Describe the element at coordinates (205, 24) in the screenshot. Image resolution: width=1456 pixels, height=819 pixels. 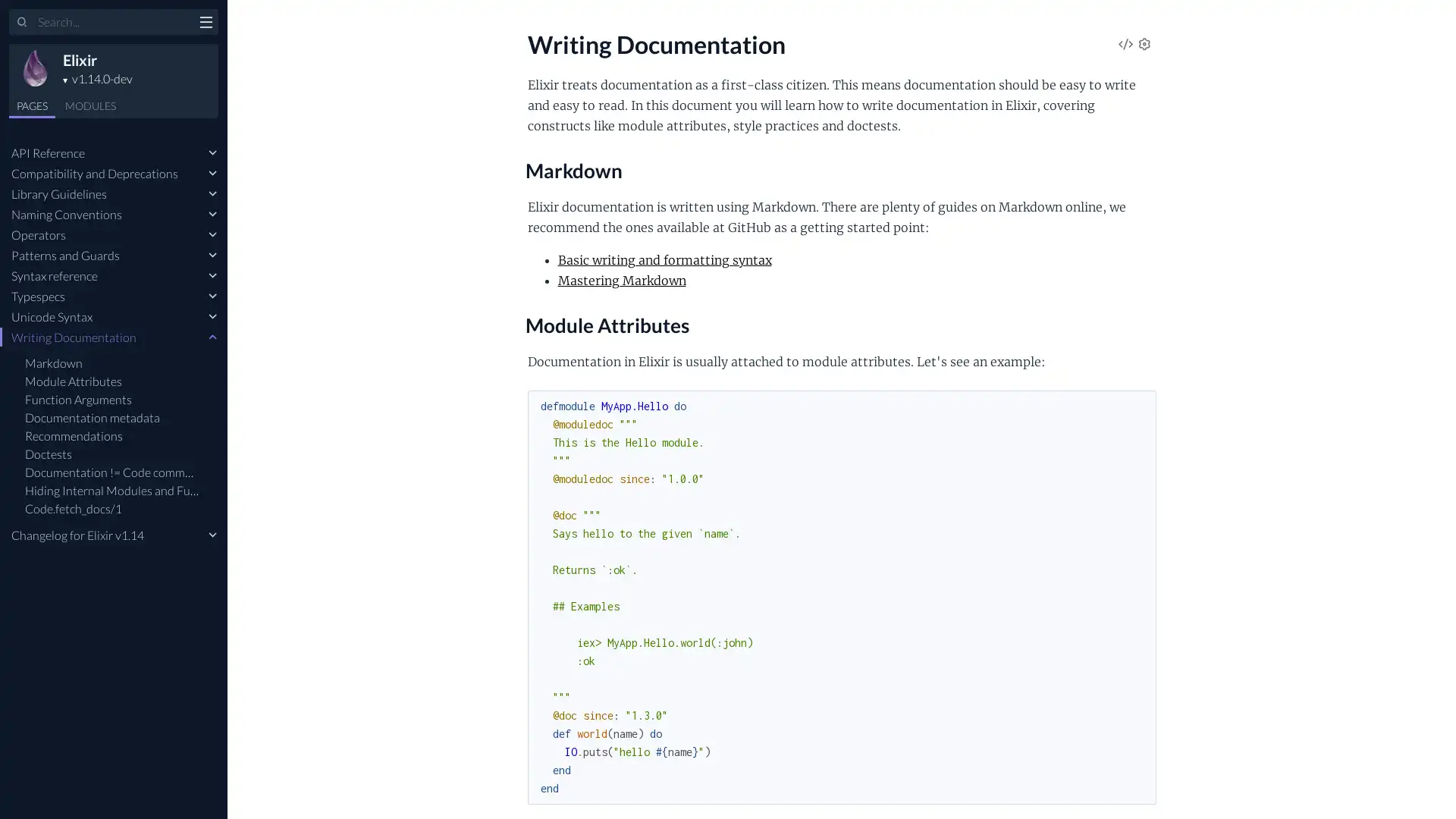
I see `toggle sidebar` at that location.